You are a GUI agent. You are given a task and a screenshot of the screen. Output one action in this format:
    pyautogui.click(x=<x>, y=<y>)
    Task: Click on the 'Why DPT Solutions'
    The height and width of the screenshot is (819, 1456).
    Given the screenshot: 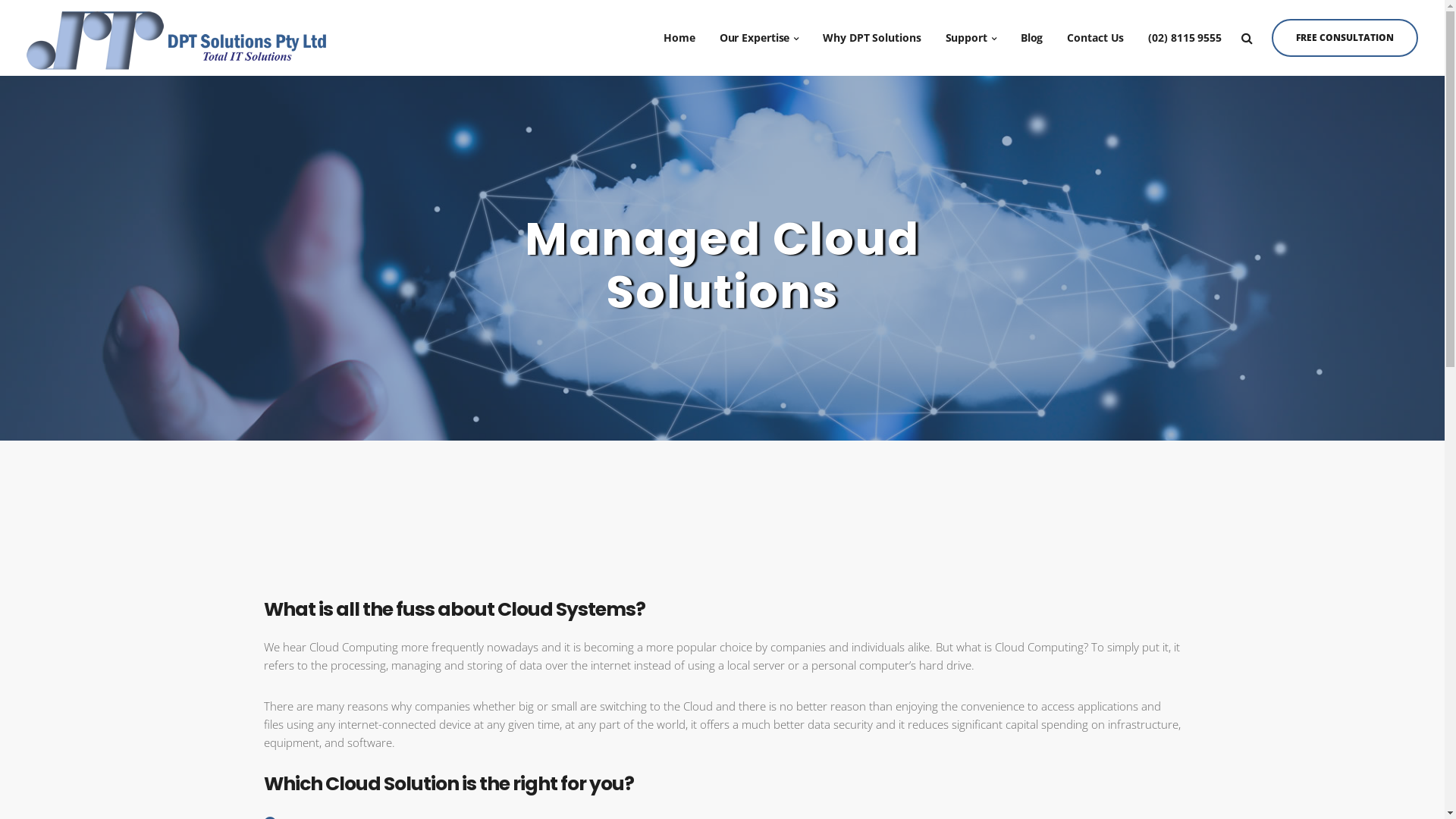 What is the action you would take?
    pyautogui.click(x=871, y=37)
    